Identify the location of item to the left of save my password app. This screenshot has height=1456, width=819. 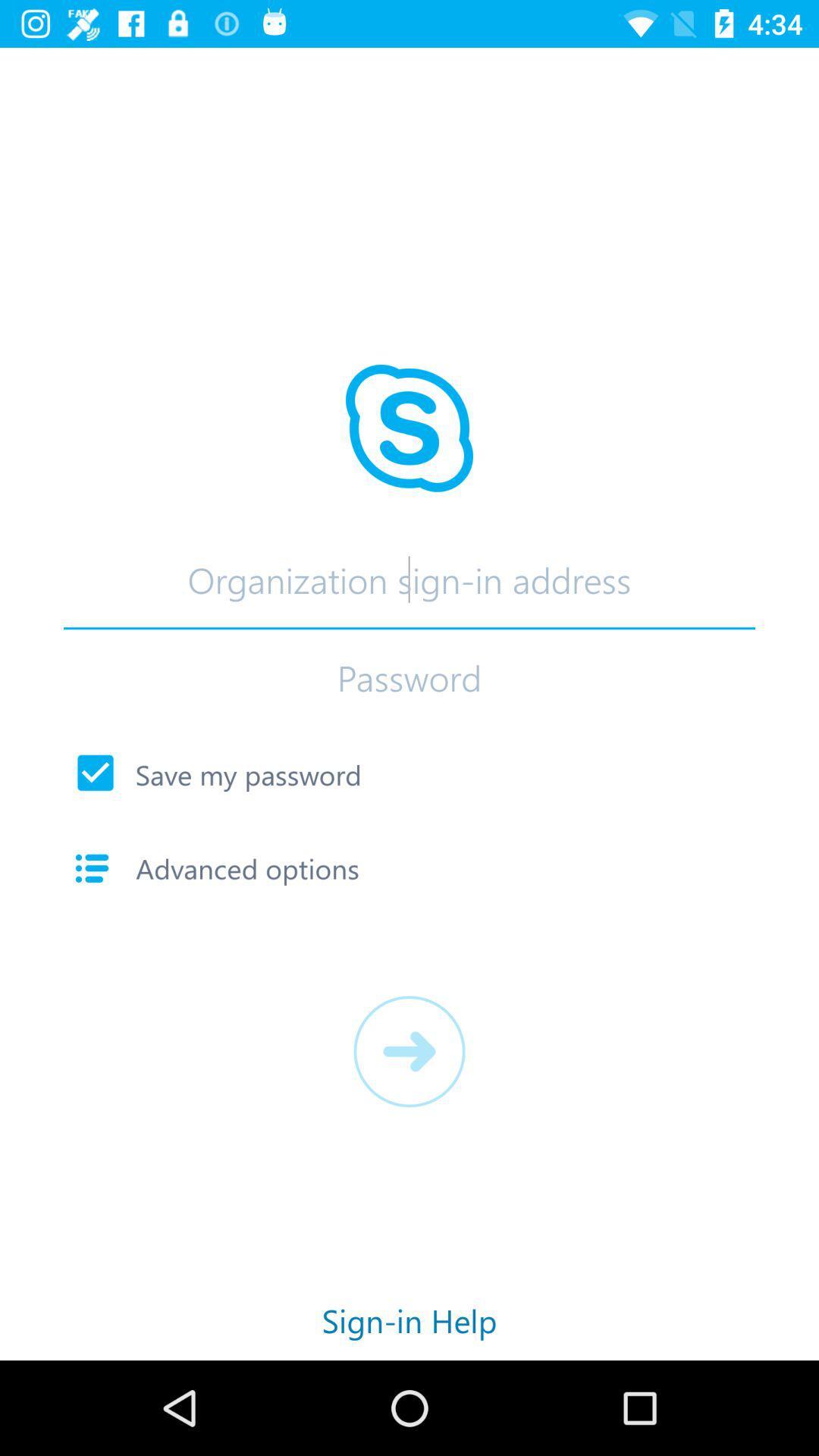
(96, 773).